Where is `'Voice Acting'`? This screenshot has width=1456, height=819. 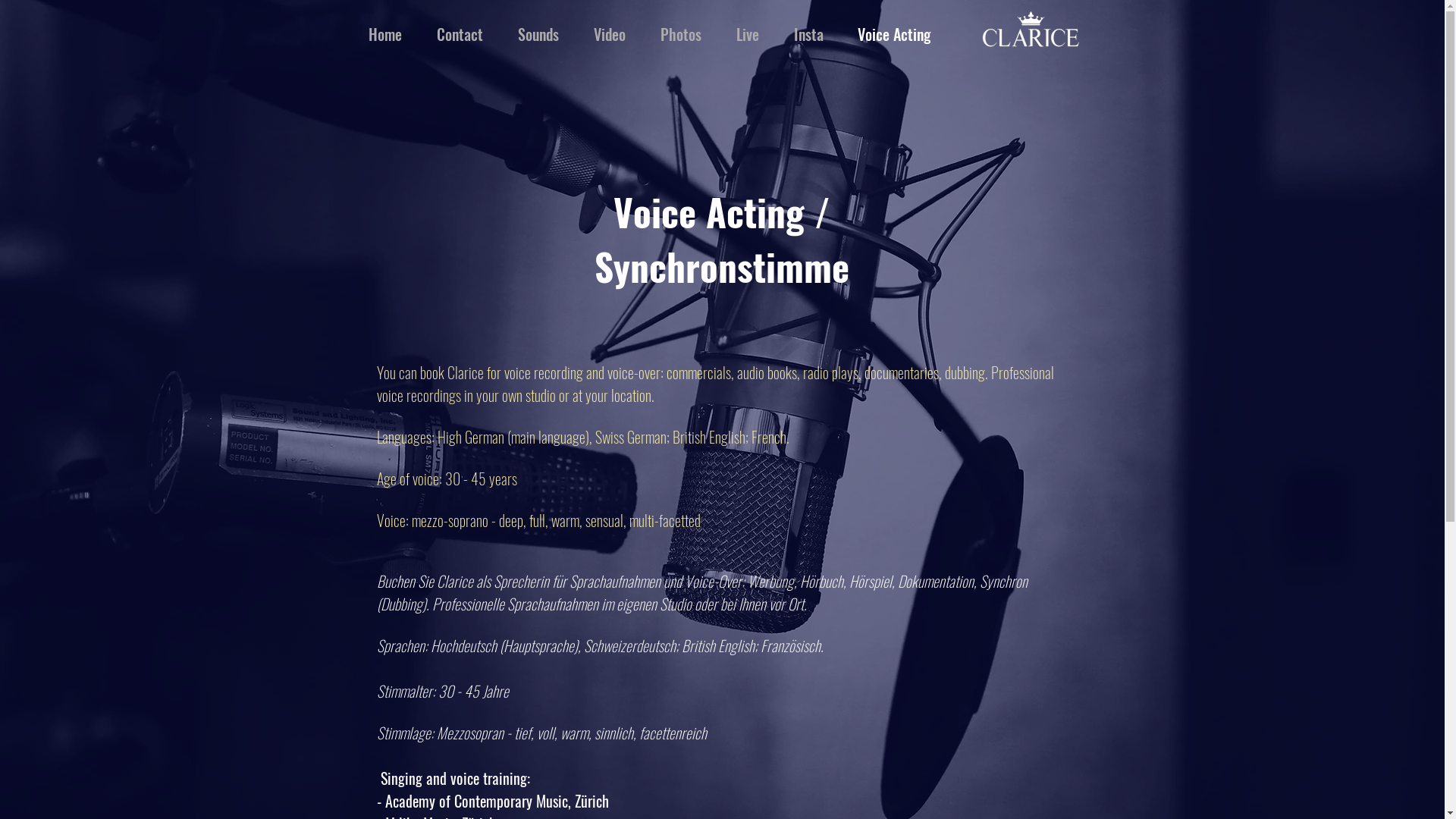
'Voice Acting' is located at coordinates (893, 34).